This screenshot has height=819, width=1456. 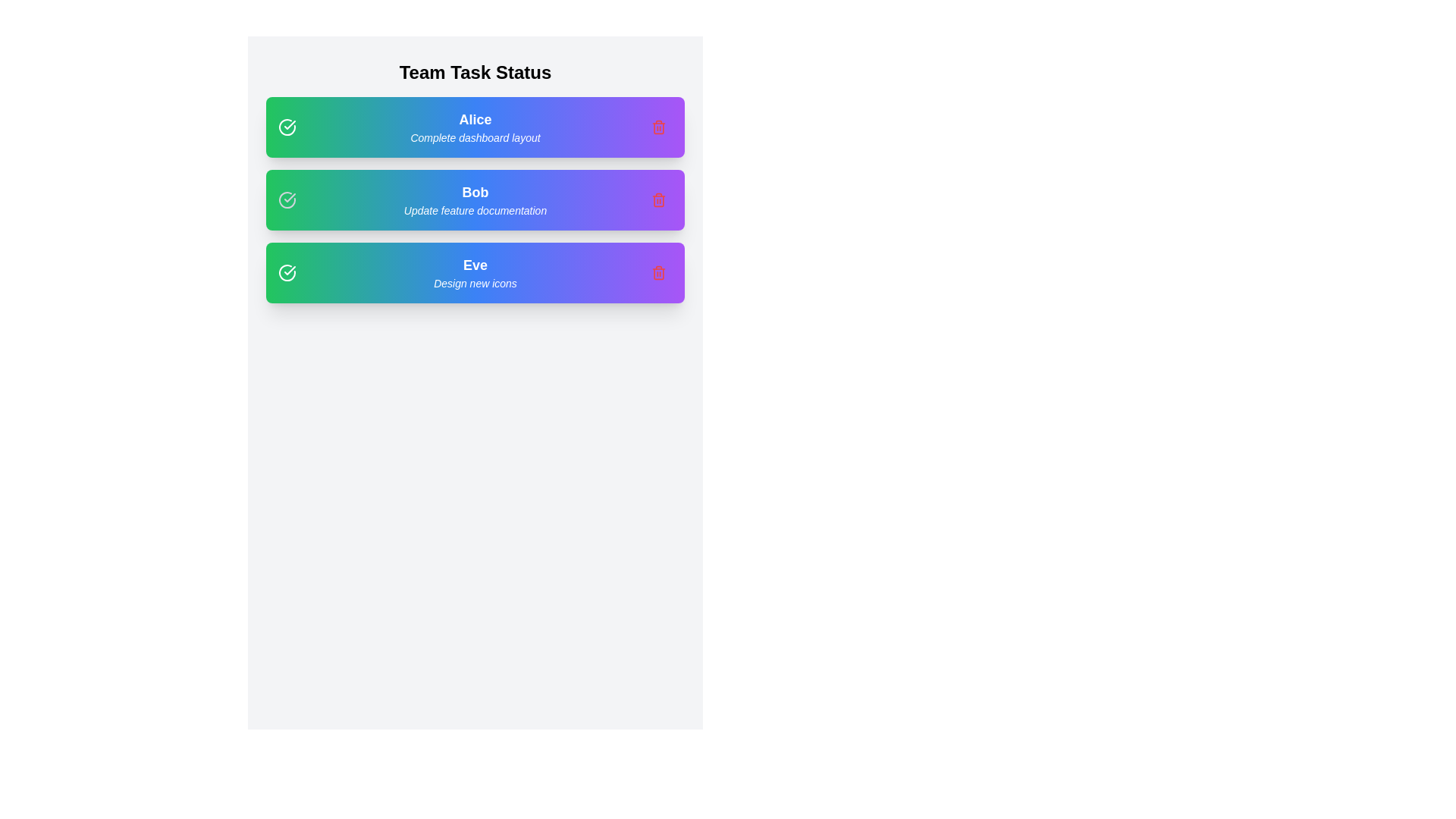 I want to click on the checkmark icon to toggle the completion status of the task, so click(x=287, y=127).